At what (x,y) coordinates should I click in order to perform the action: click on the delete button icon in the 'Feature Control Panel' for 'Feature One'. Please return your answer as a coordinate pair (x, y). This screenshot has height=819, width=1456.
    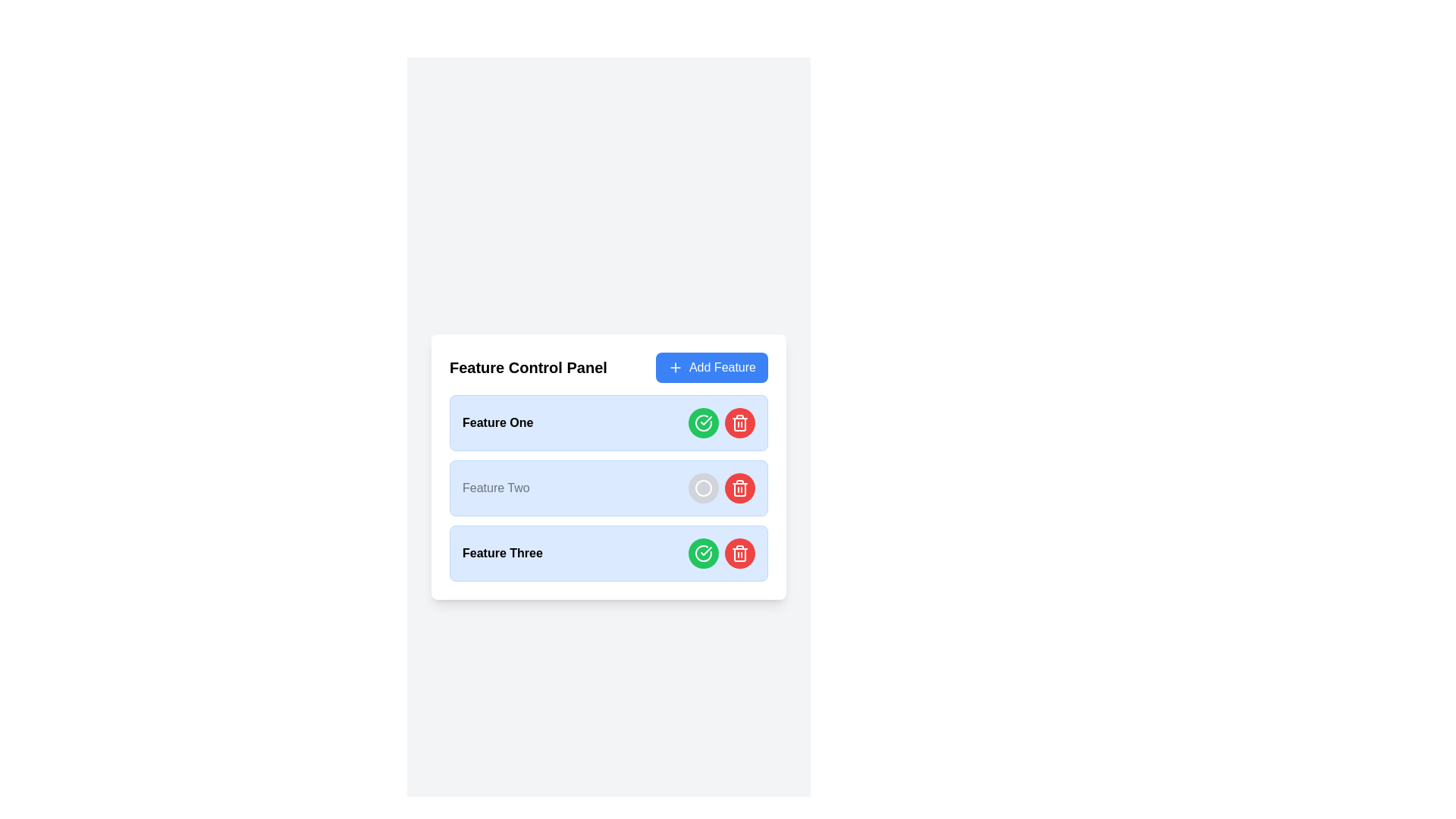
    Looking at the image, I should click on (739, 423).